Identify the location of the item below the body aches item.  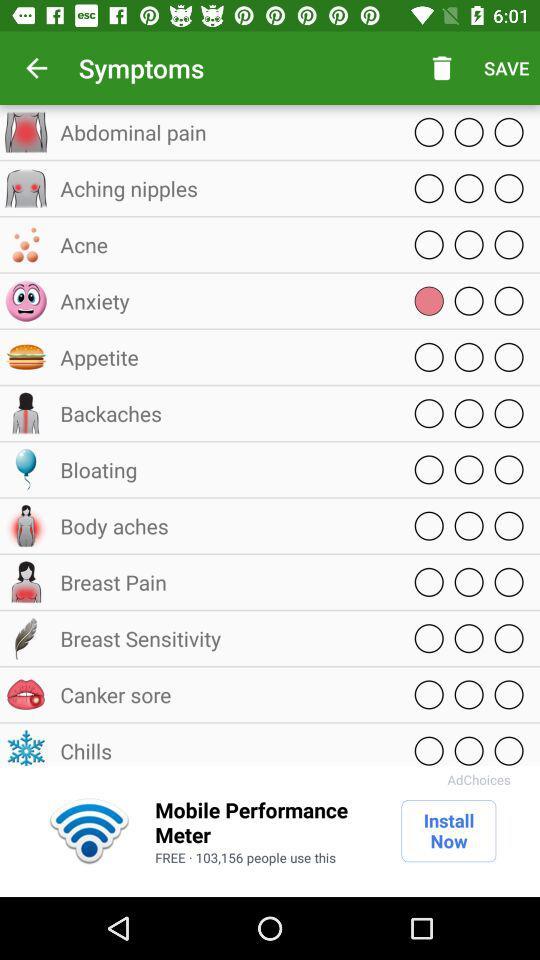
(224, 582).